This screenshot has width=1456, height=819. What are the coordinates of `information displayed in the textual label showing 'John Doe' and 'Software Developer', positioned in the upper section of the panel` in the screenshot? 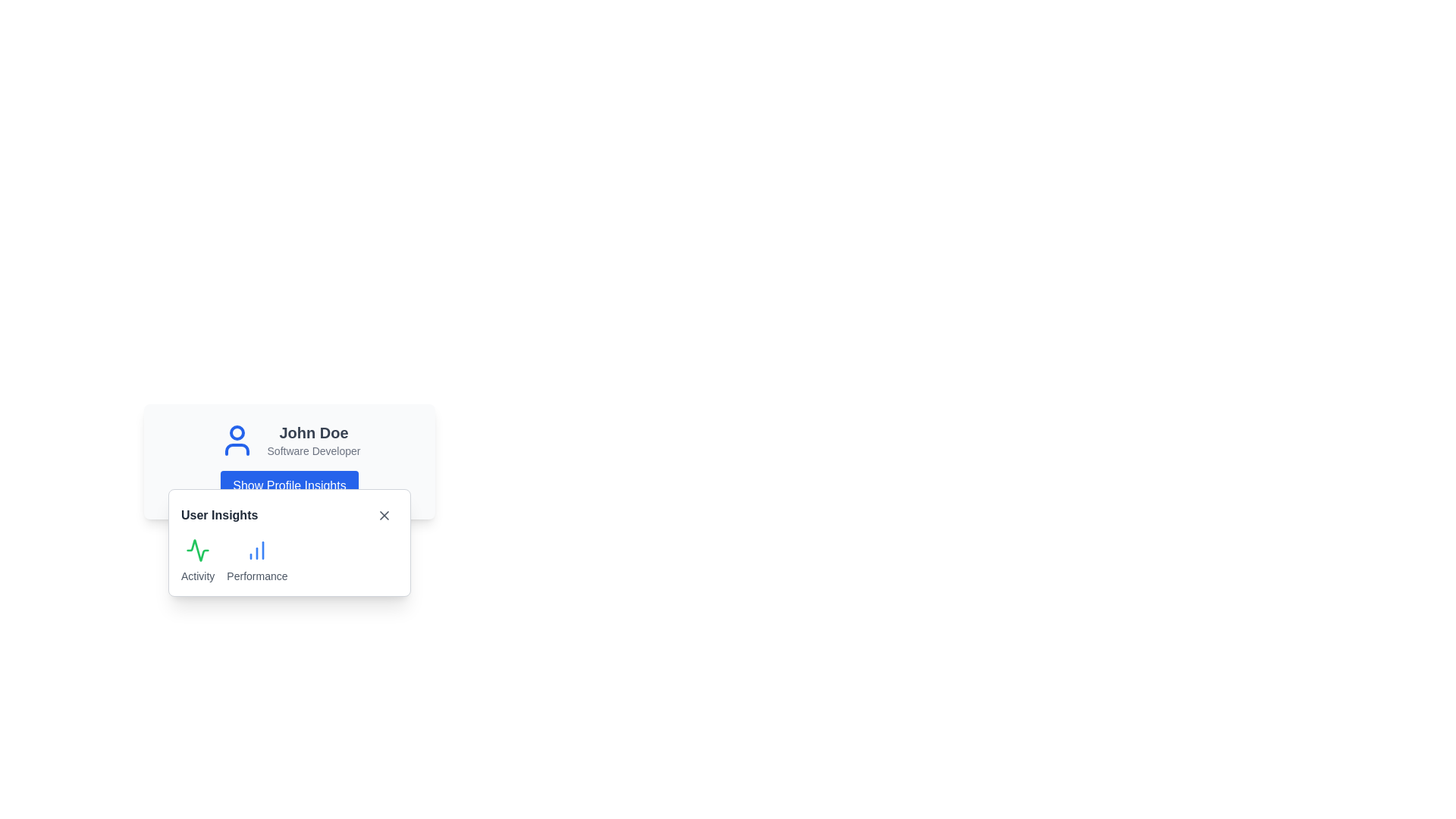 It's located at (312, 441).